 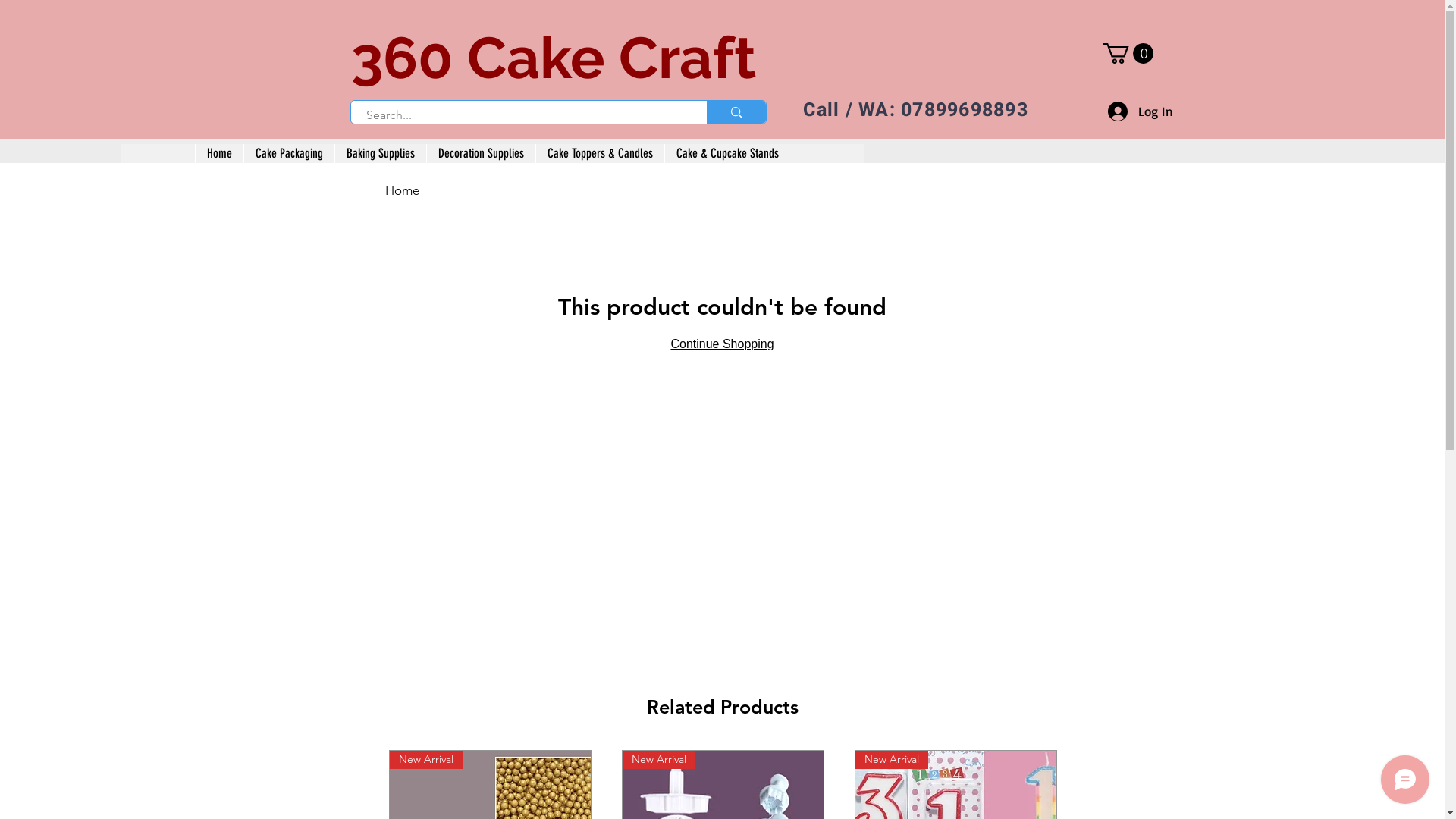 I want to click on '360 Cake Craft', so click(x=552, y=57).